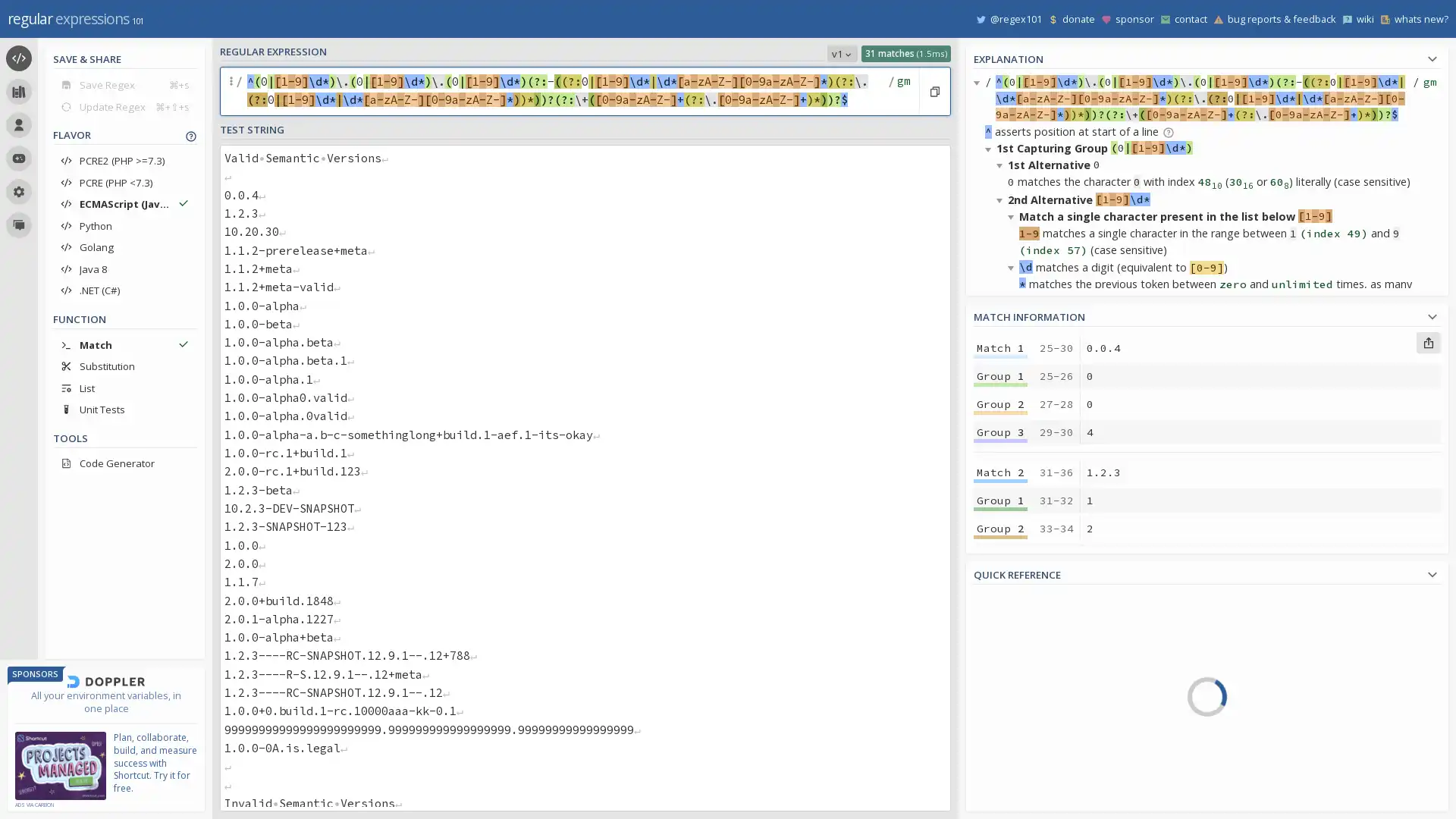 This screenshot has height=819, width=1456. Describe the element at coordinates (1044, 672) in the screenshot. I see `General Tokens` at that location.